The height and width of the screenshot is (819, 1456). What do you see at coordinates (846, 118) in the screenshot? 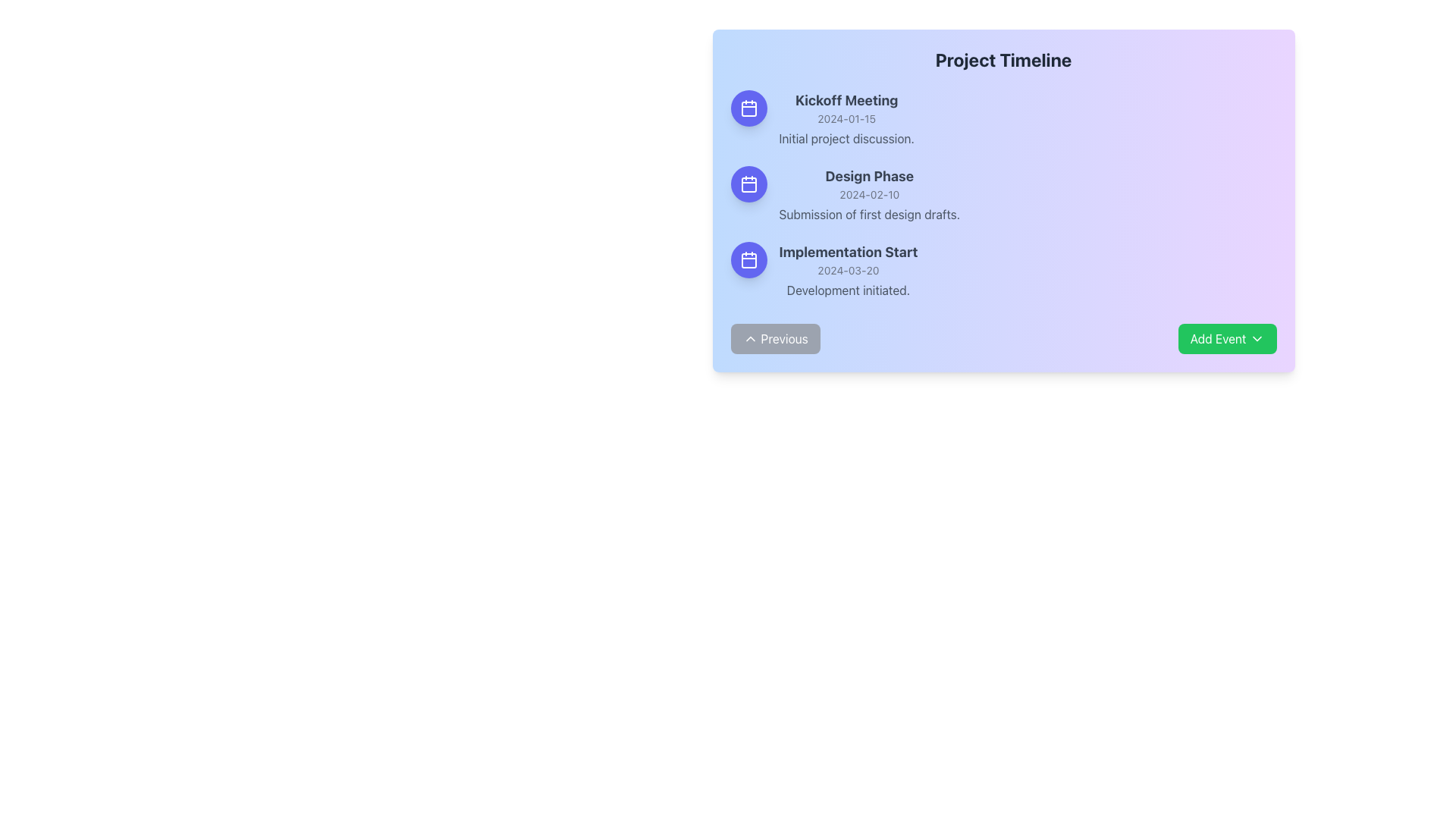
I see `the date label displaying '2024-01-15', which is located beneath the heading 'Kickoff Meeting' in the 'Project Timeline' panel` at bounding box center [846, 118].